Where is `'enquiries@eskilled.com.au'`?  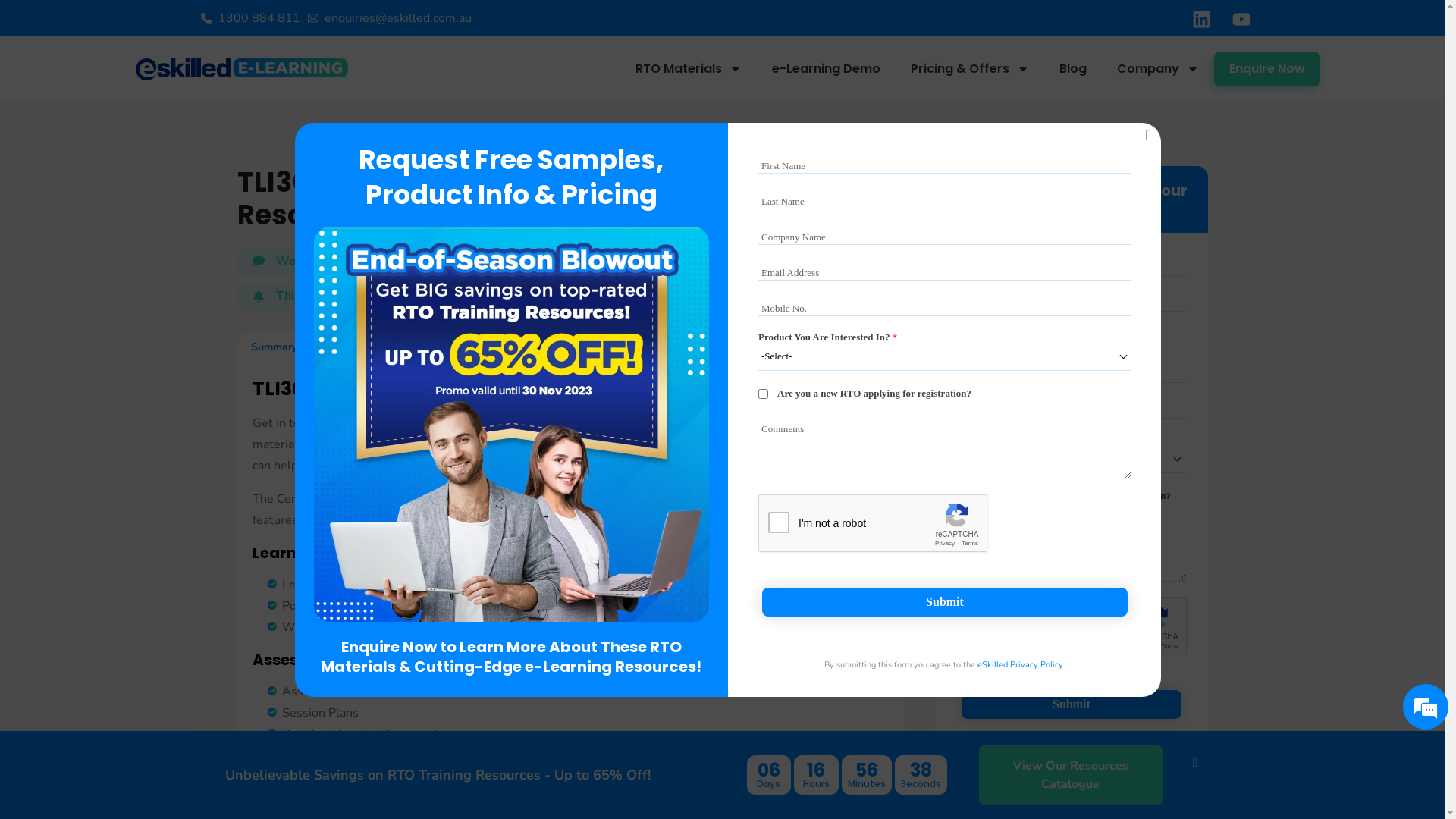
'enquiries@eskilled.com.au' is located at coordinates (390, 17).